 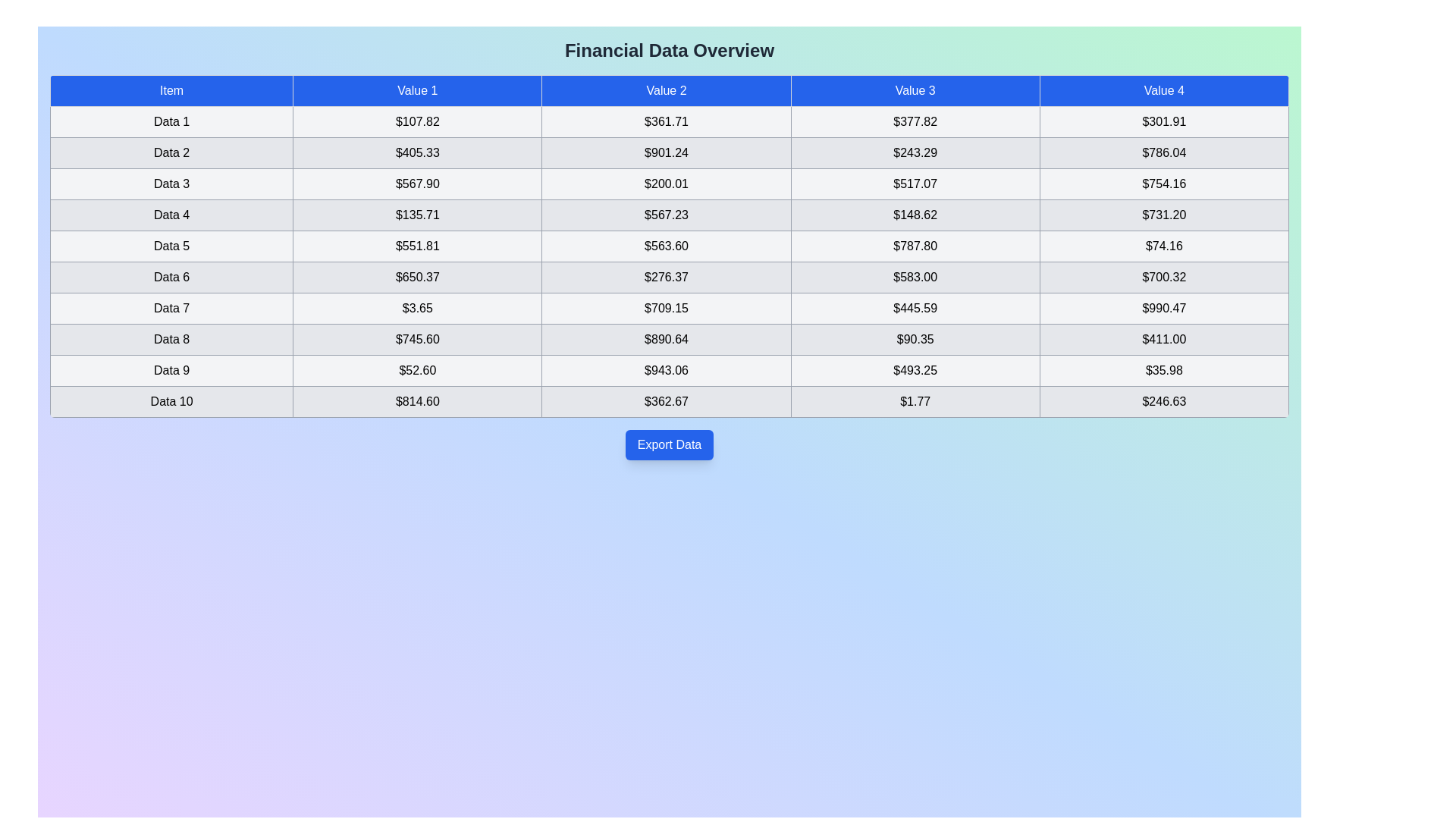 What do you see at coordinates (669, 444) in the screenshot?
I see `'Export Data' button to export the financial data` at bounding box center [669, 444].